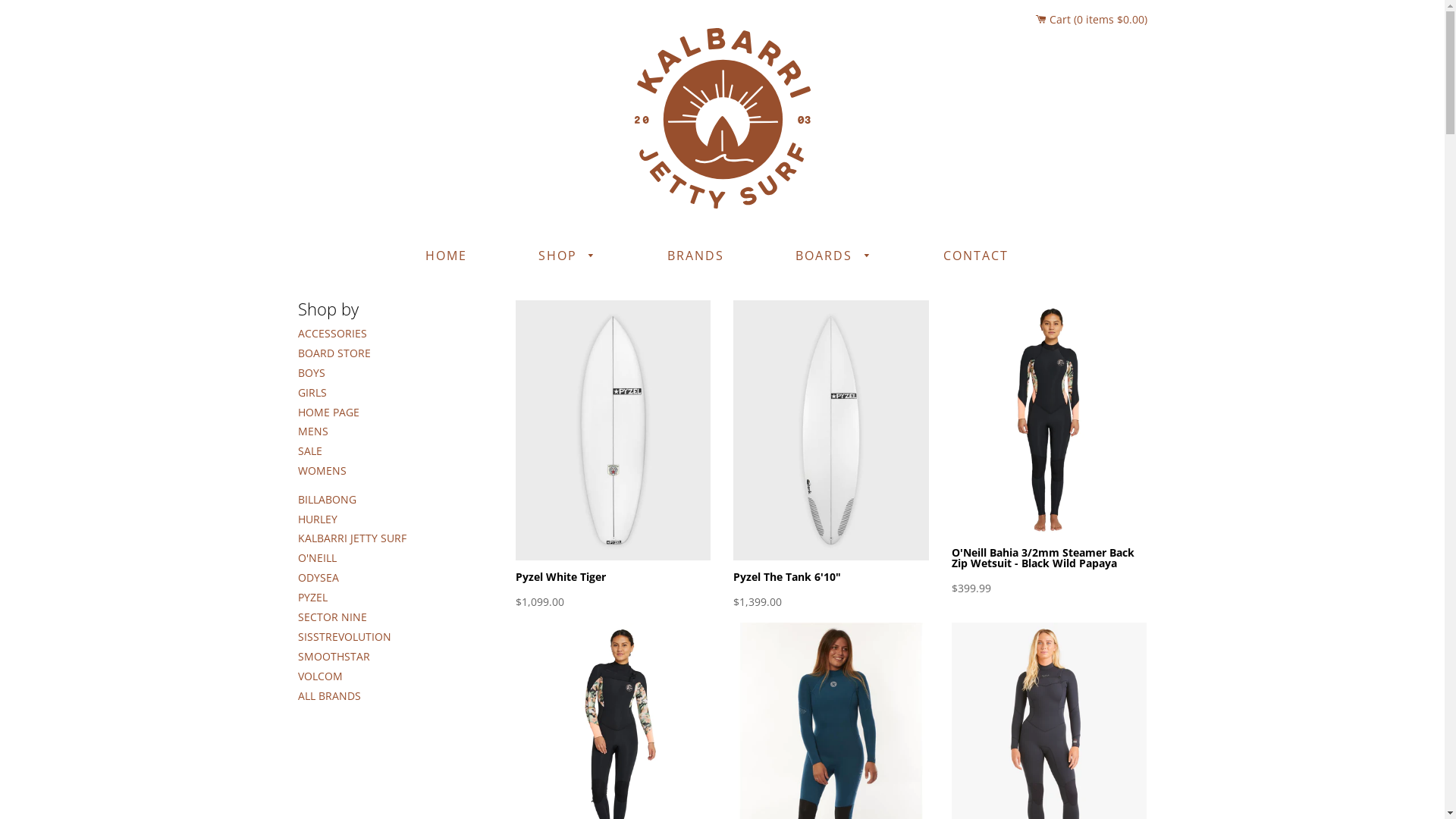 The width and height of the screenshot is (1456, 819). Describe the element at coordinates (566, 256) in the screenshot. I see `'SHOP'` at that location.